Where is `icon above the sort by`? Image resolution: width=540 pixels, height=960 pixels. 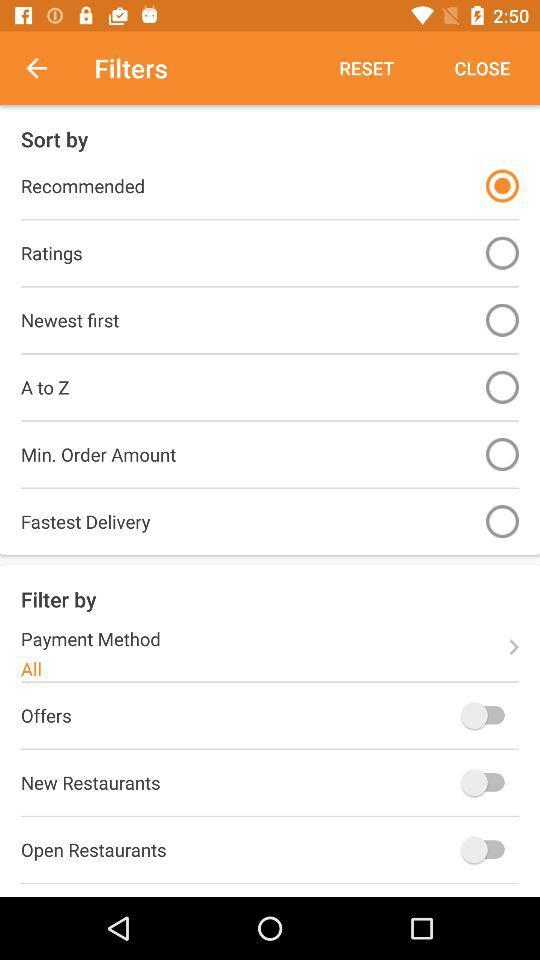
icon above the sort by is located at coordinates (365, 68).